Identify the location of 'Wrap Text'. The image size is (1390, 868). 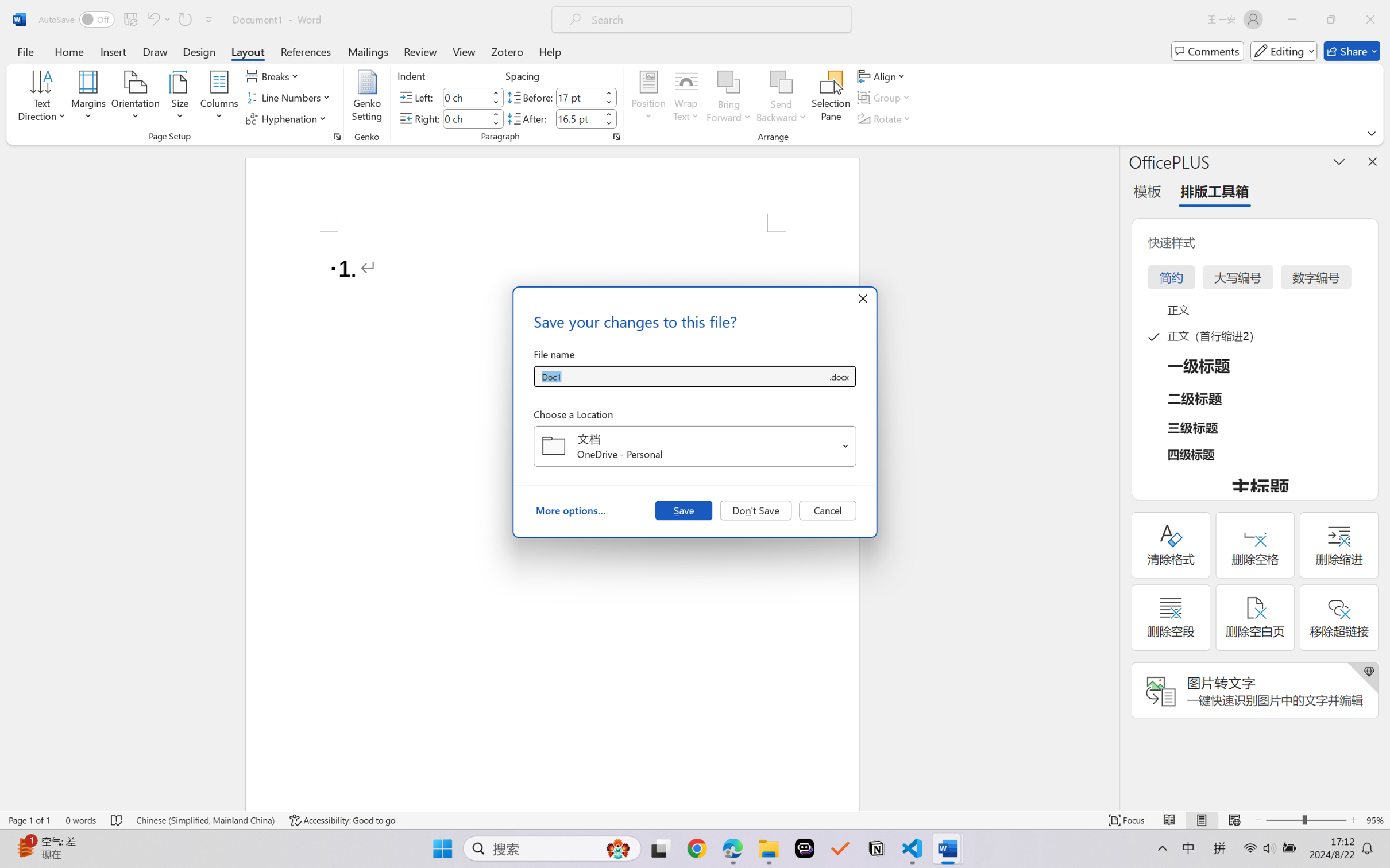
(686, 98).